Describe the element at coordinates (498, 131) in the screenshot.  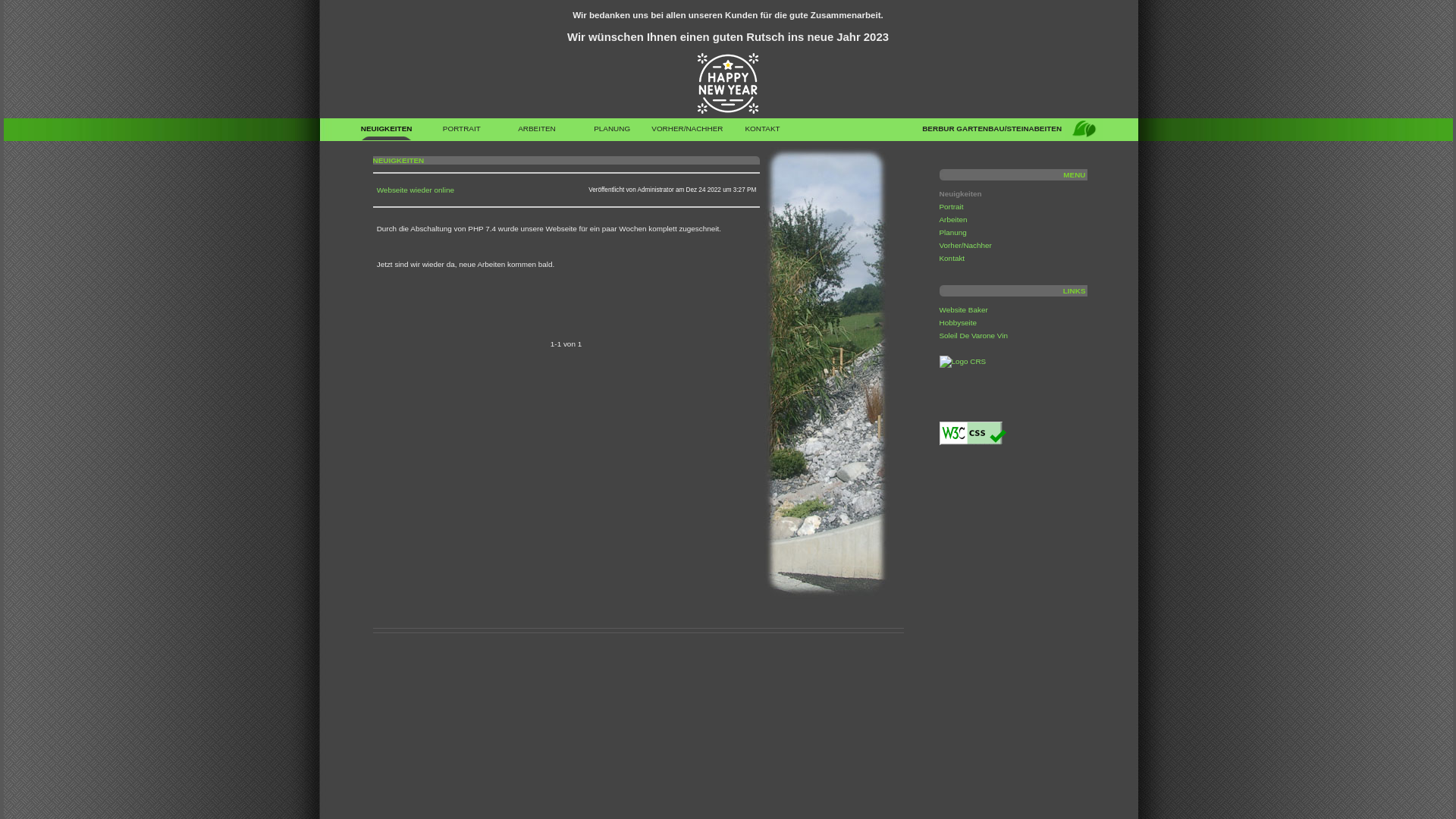
I see `'ARBEITEN'` at that location.